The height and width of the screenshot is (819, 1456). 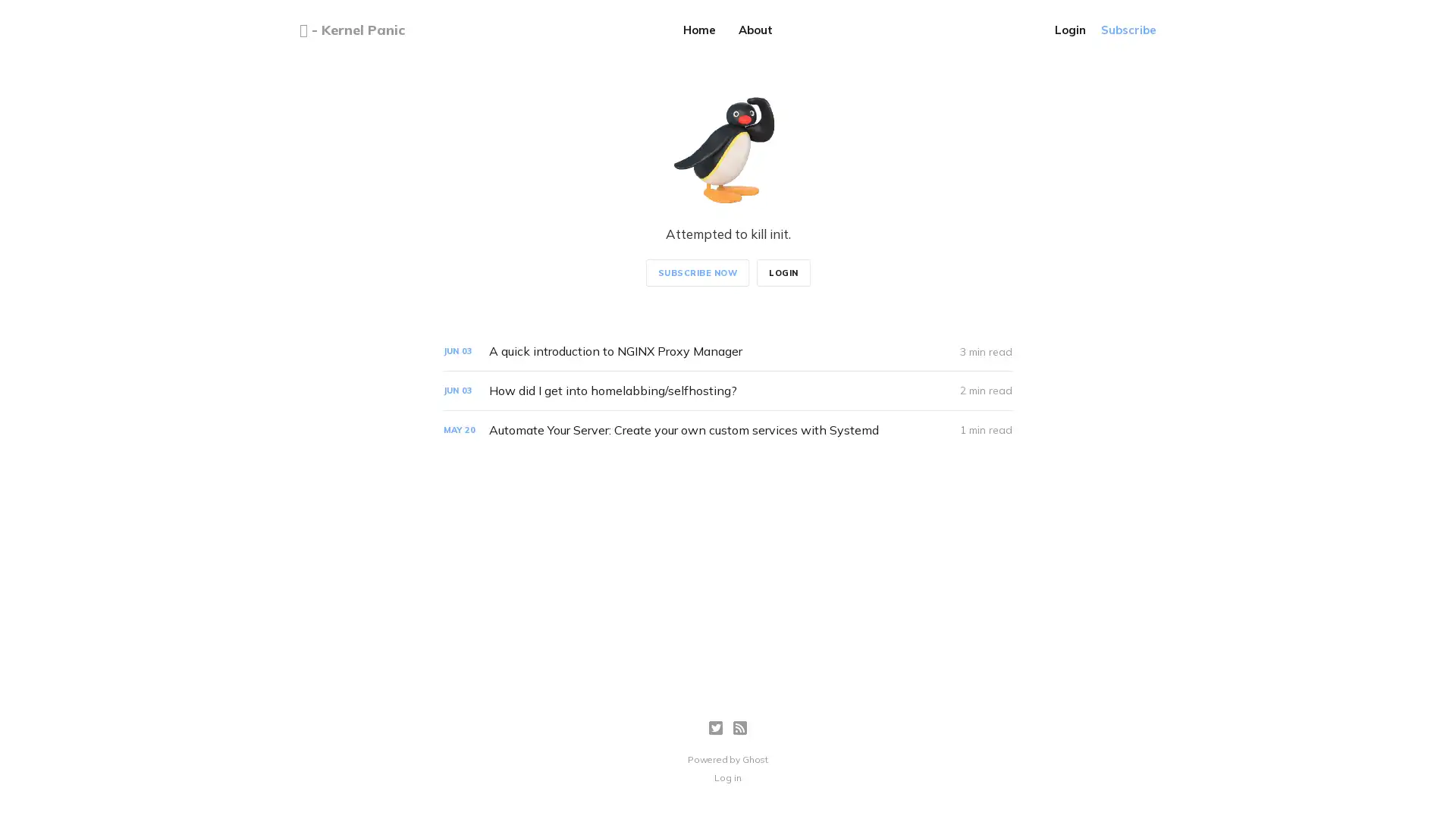 I want to click on LOGIN, so click(x=783, y=271).